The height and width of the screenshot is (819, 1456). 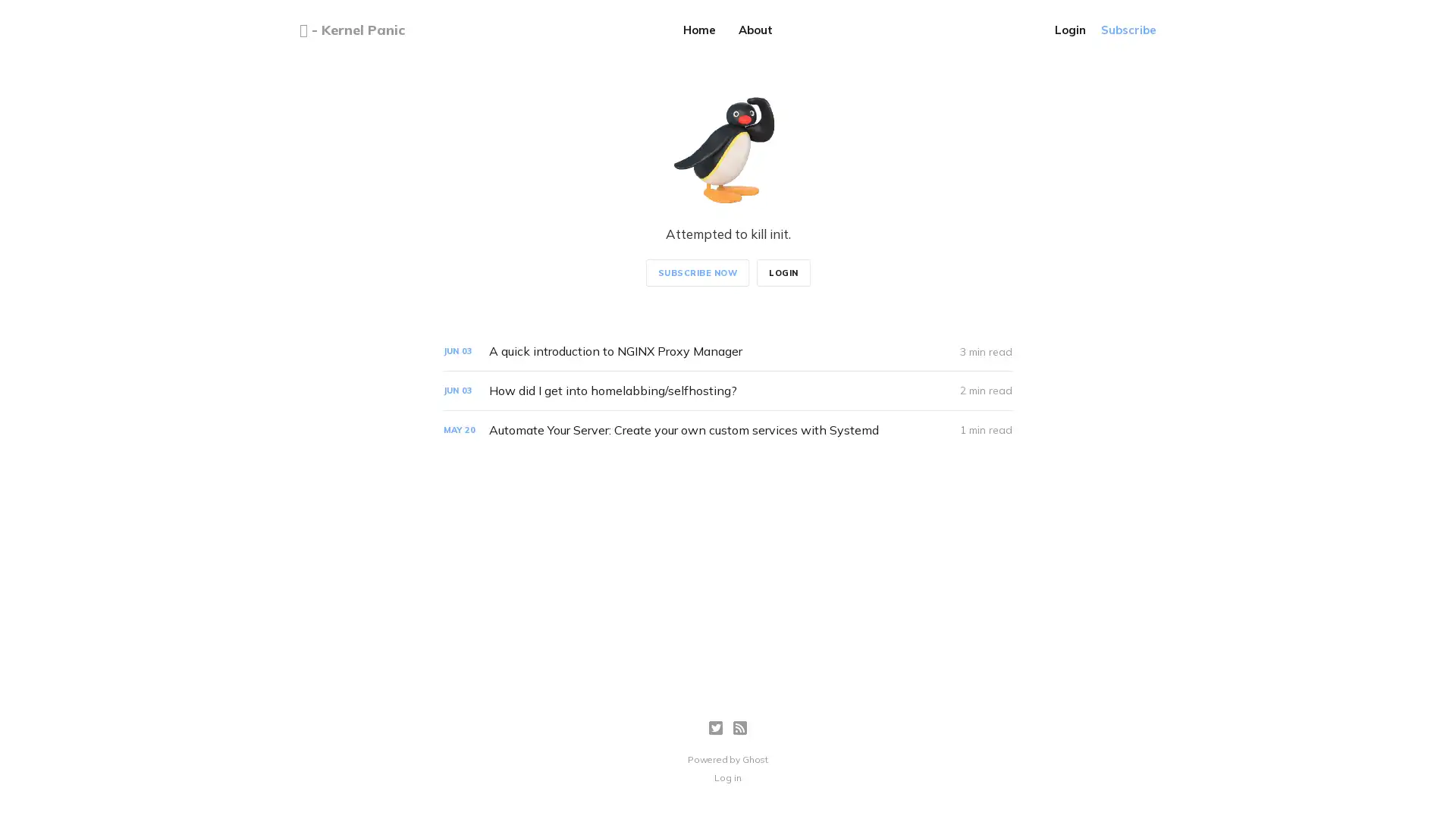 I want to click on LOGIN, so click(x=783, y=271).